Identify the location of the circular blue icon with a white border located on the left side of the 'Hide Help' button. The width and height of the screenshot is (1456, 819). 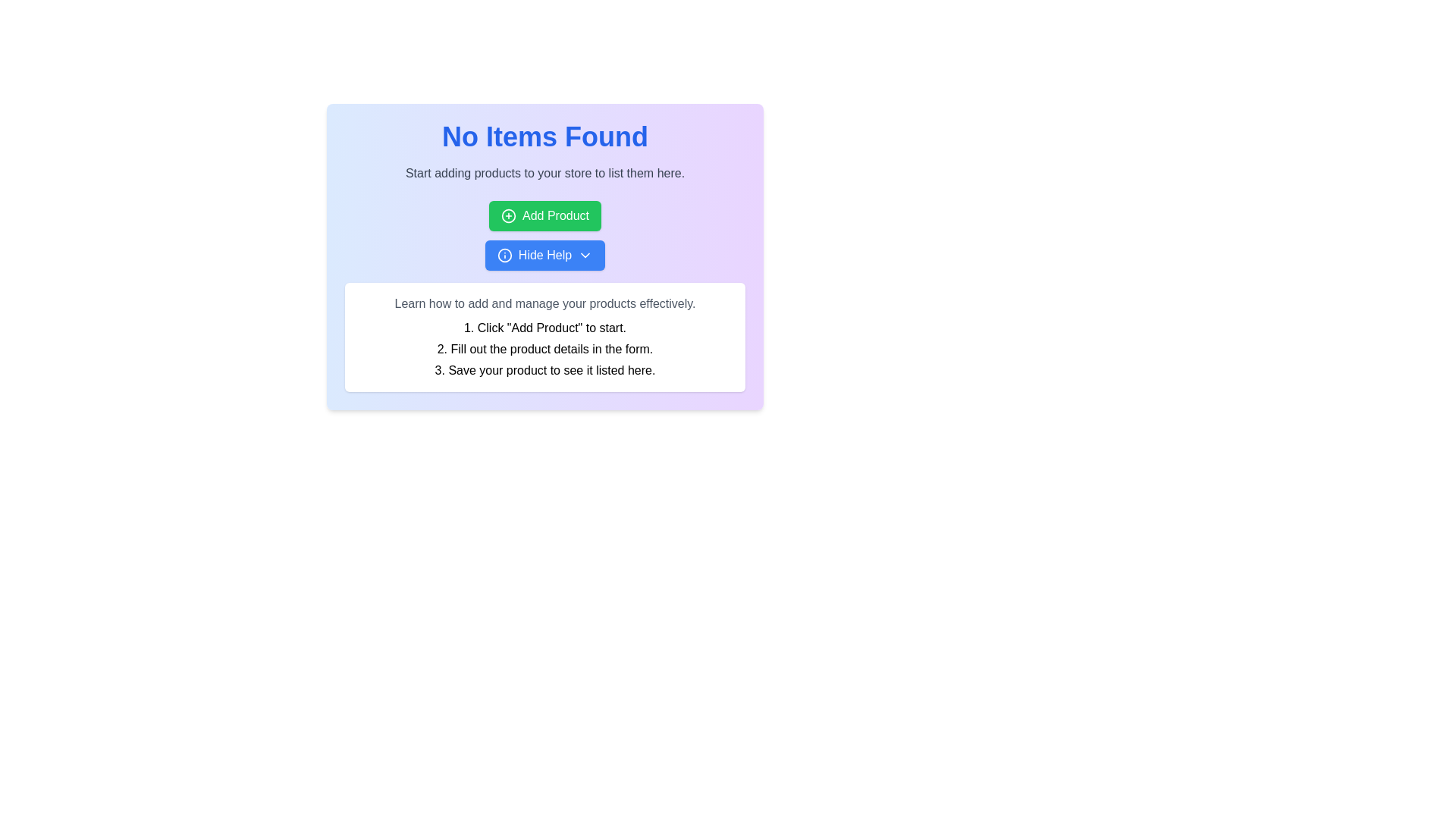
(504, 254).